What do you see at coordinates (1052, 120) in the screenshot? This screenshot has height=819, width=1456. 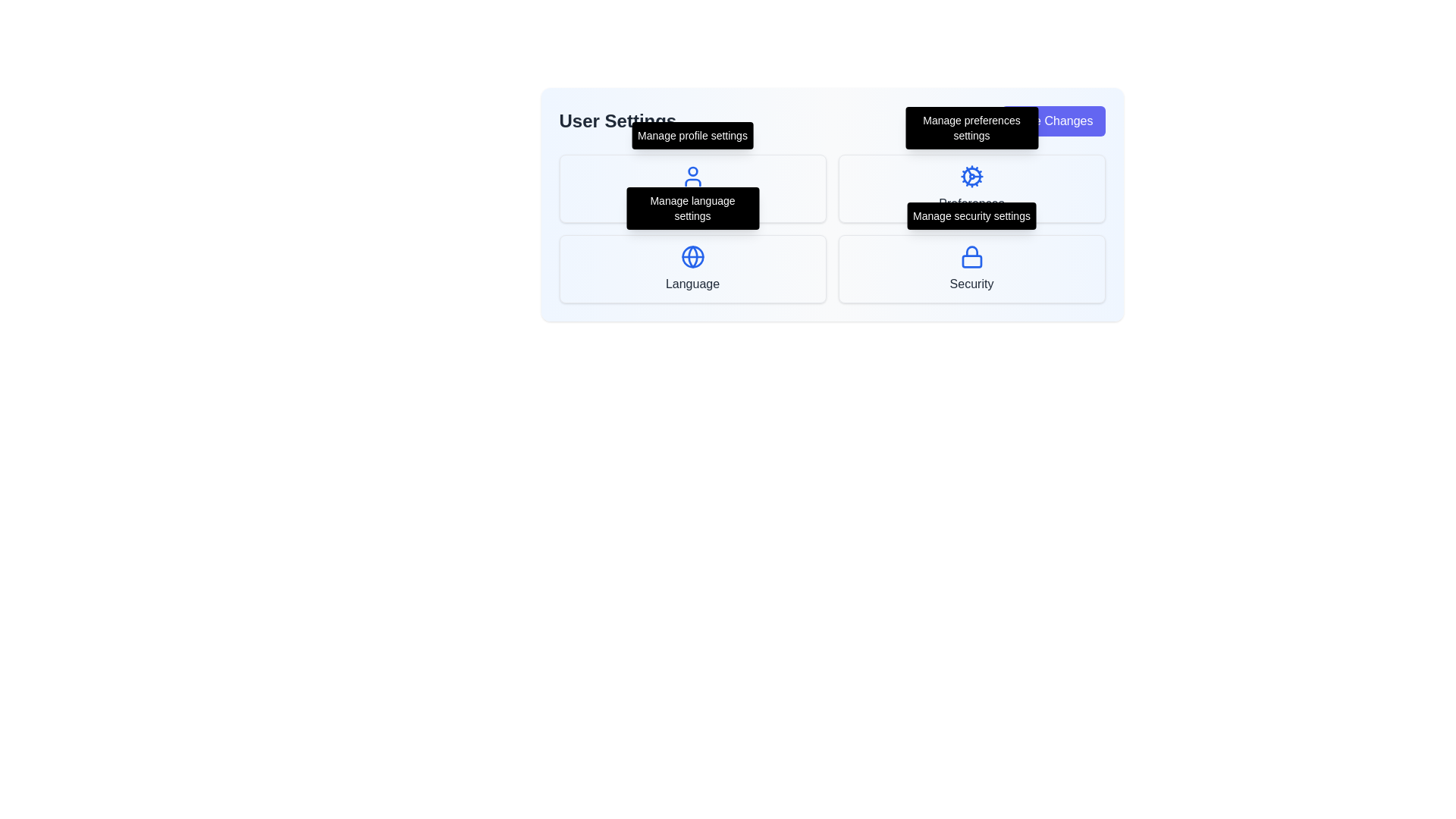 I see `the save button located to the far right in the same row as the text 'User Settings'` at bounding box center [1052, 120].